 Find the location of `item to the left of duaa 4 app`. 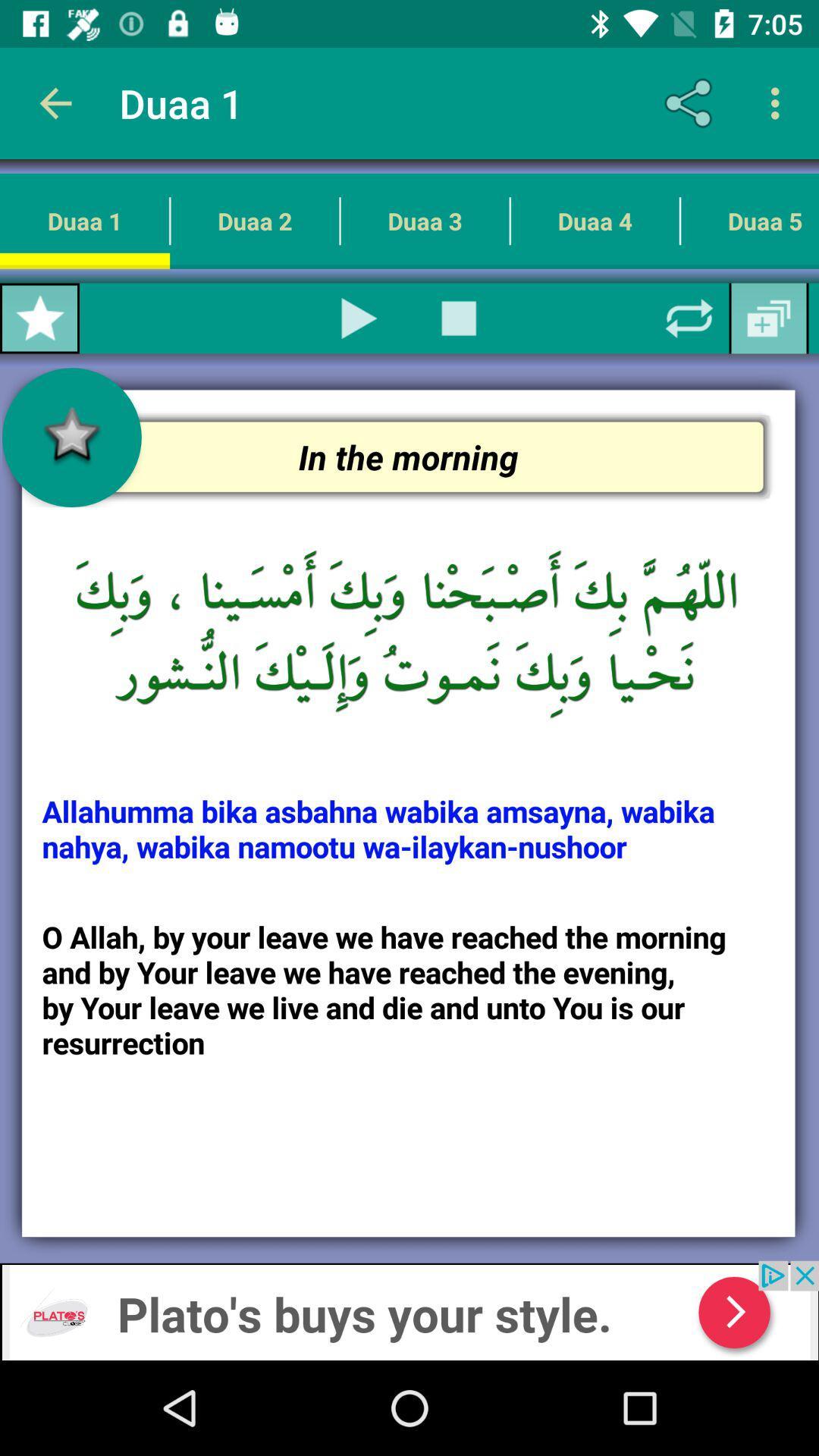

item to the left of duaa 4 app is located at coordinates (458, 318).